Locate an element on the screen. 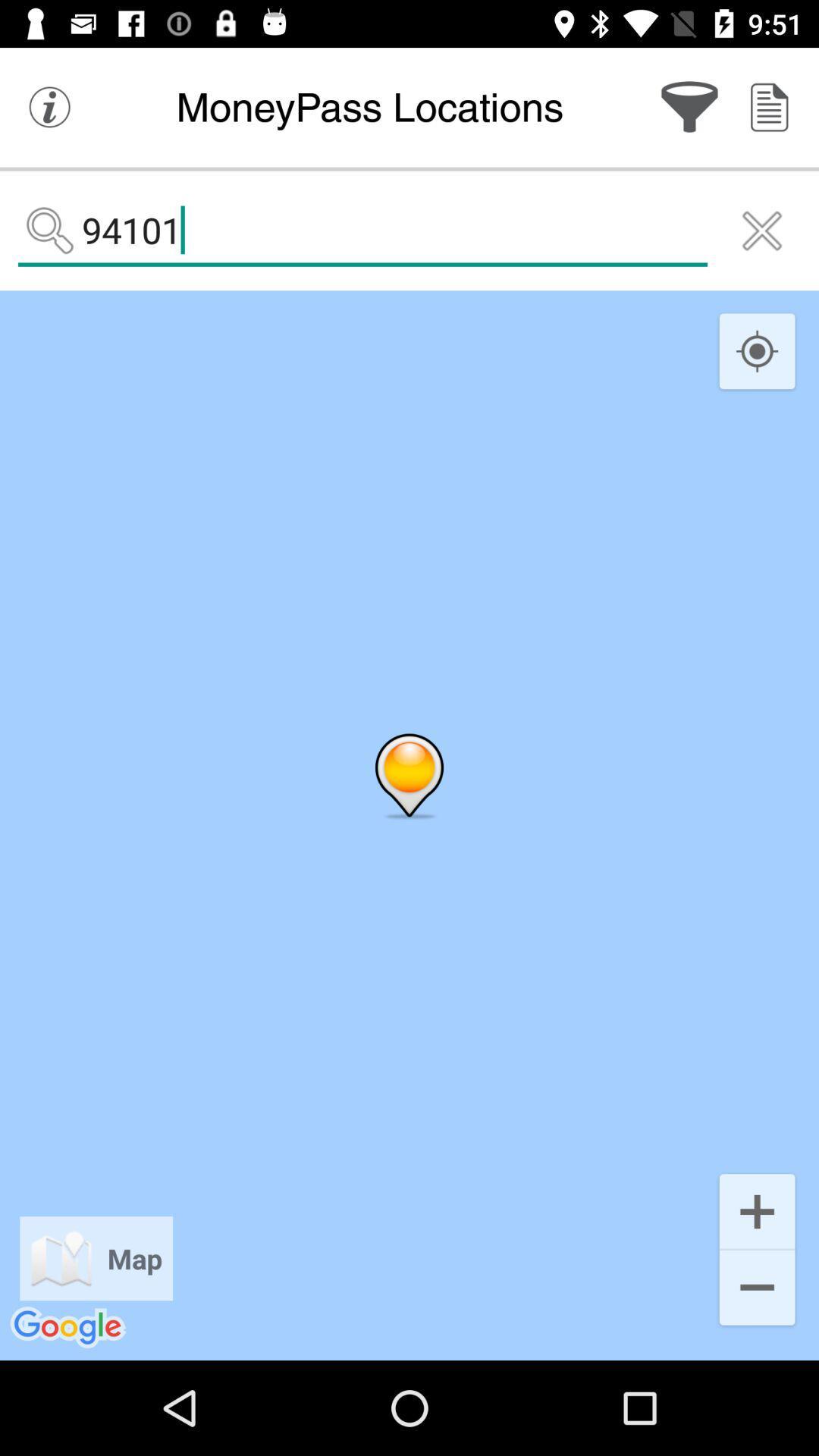  the add icon is located at coordinates (757, 1210).